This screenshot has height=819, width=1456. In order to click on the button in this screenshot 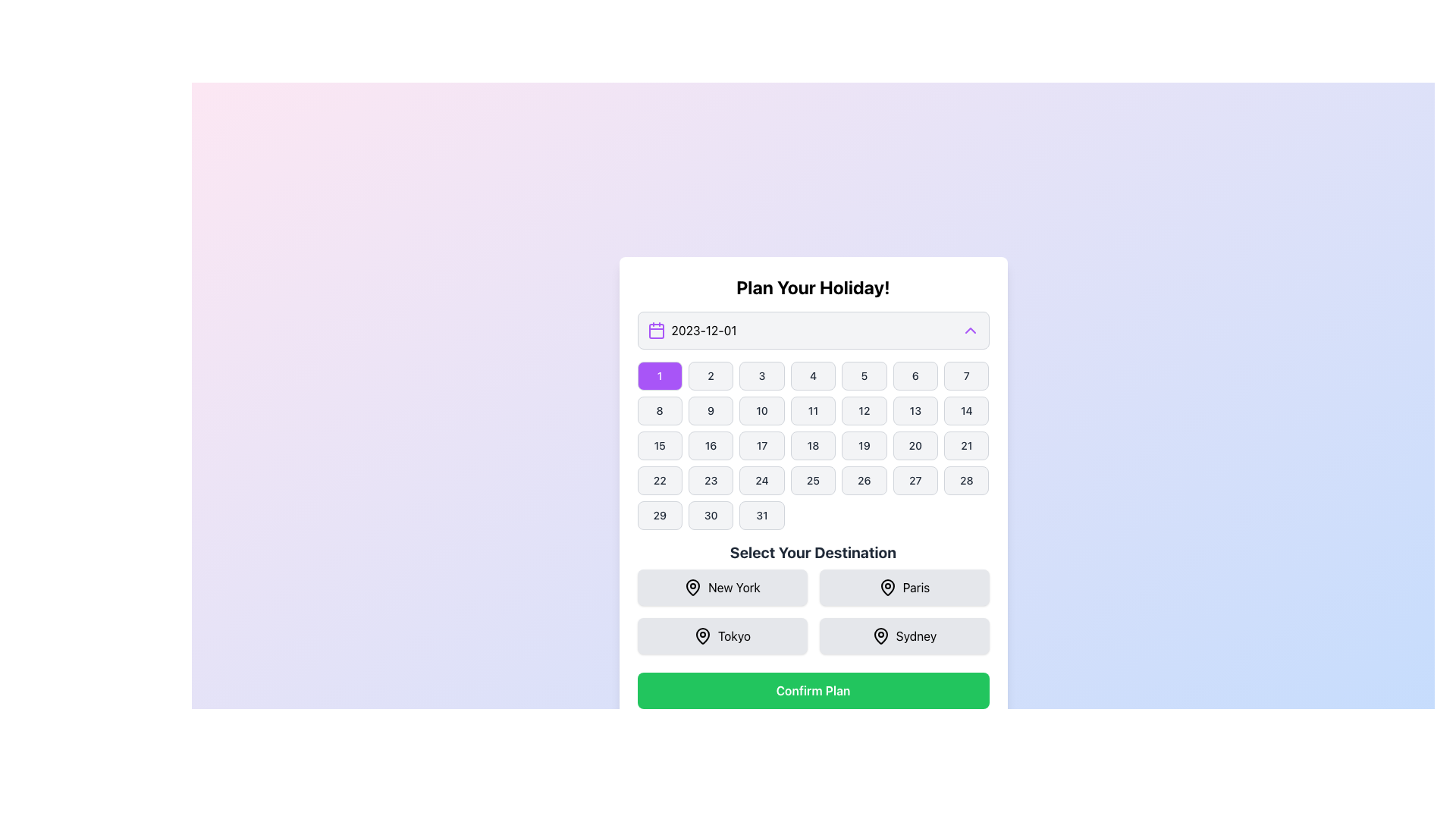, I will do `click(965, 444)`.